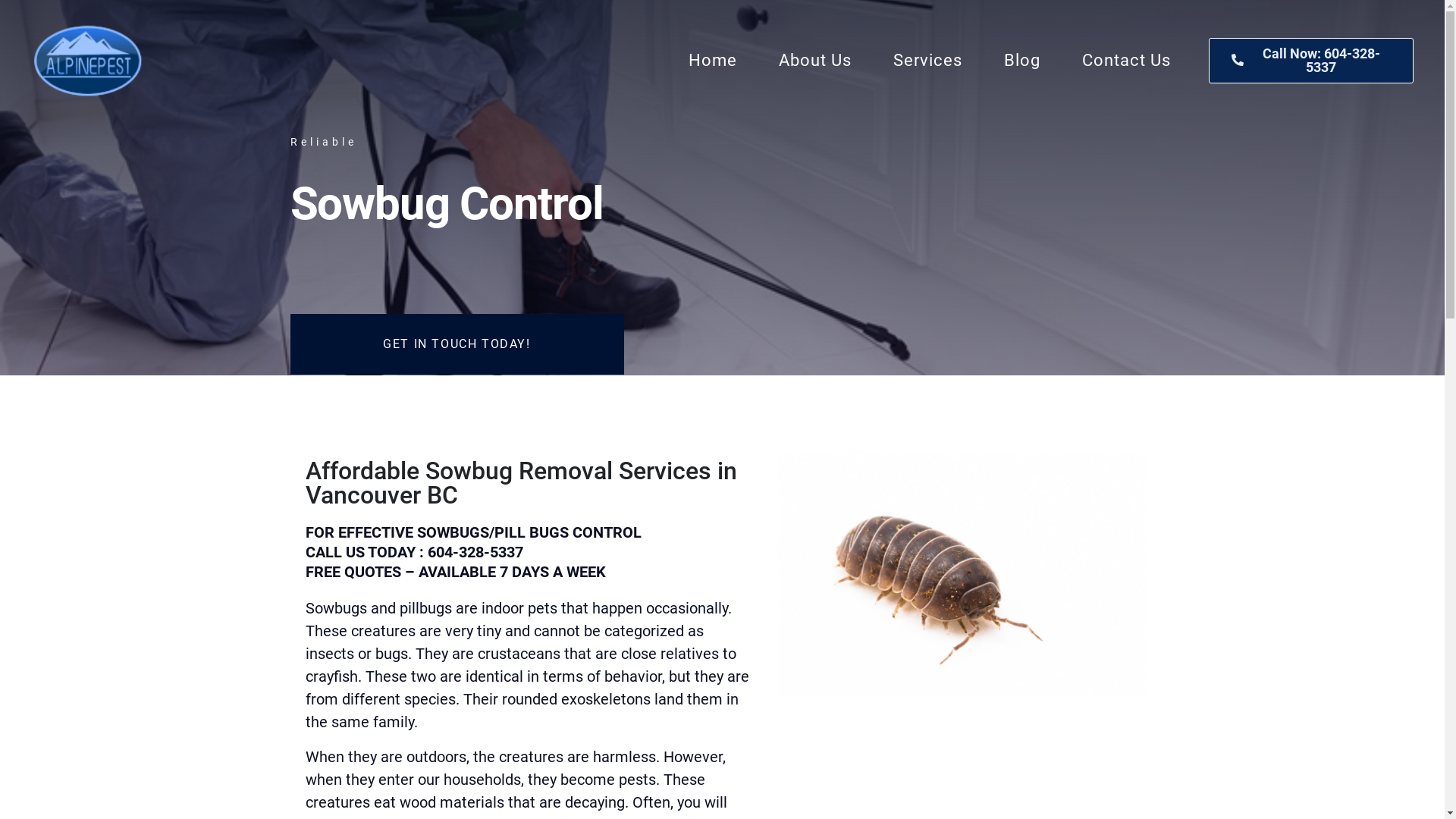 Image resolution: width=1456 pixels, height=819 pixels. Describe the element at coordinates (1022, 59) in the screenshot. I see `'Blog'` at that location.